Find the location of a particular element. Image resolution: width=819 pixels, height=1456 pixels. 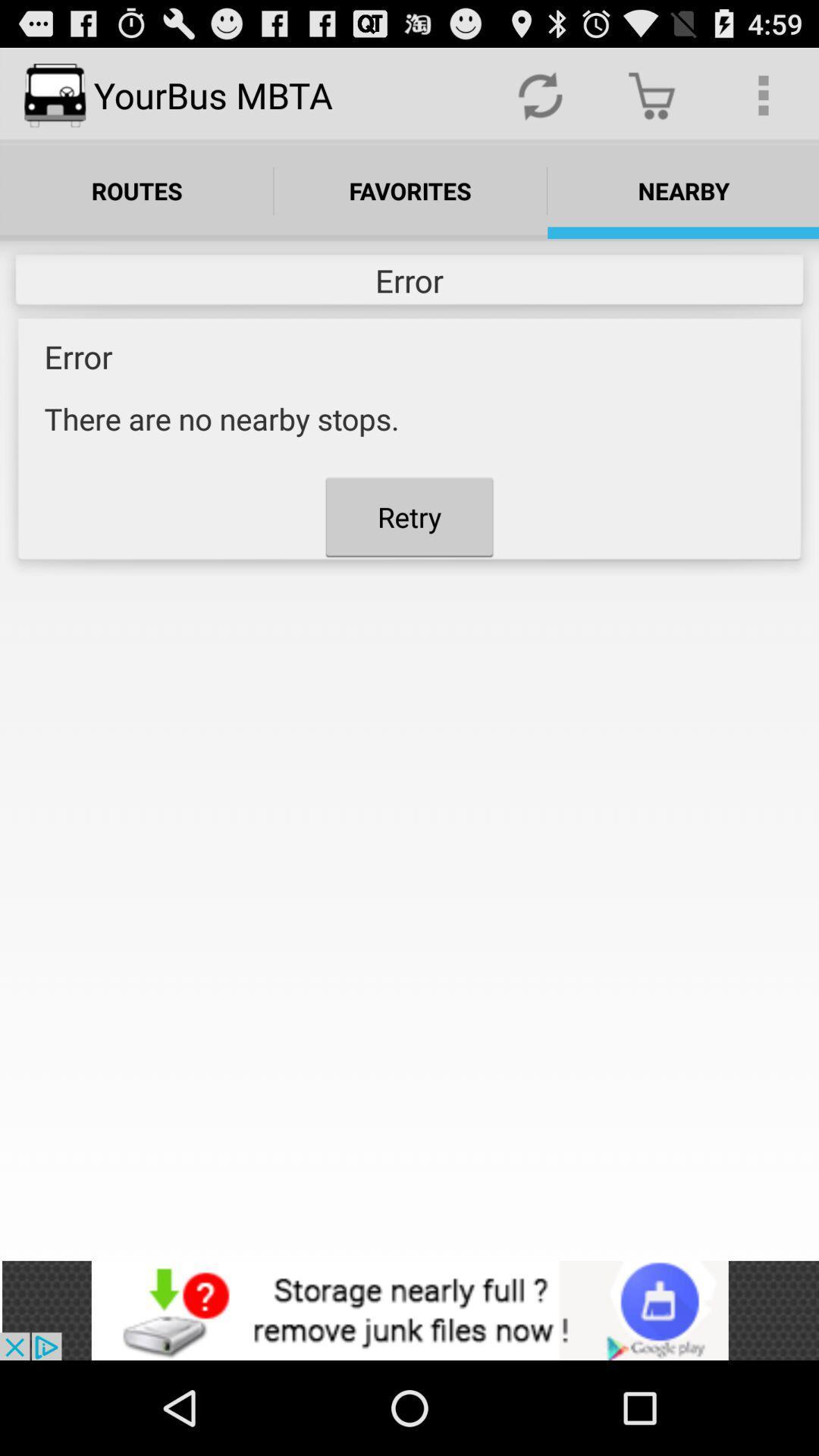

refresh button is located at coordinates (539, 94).